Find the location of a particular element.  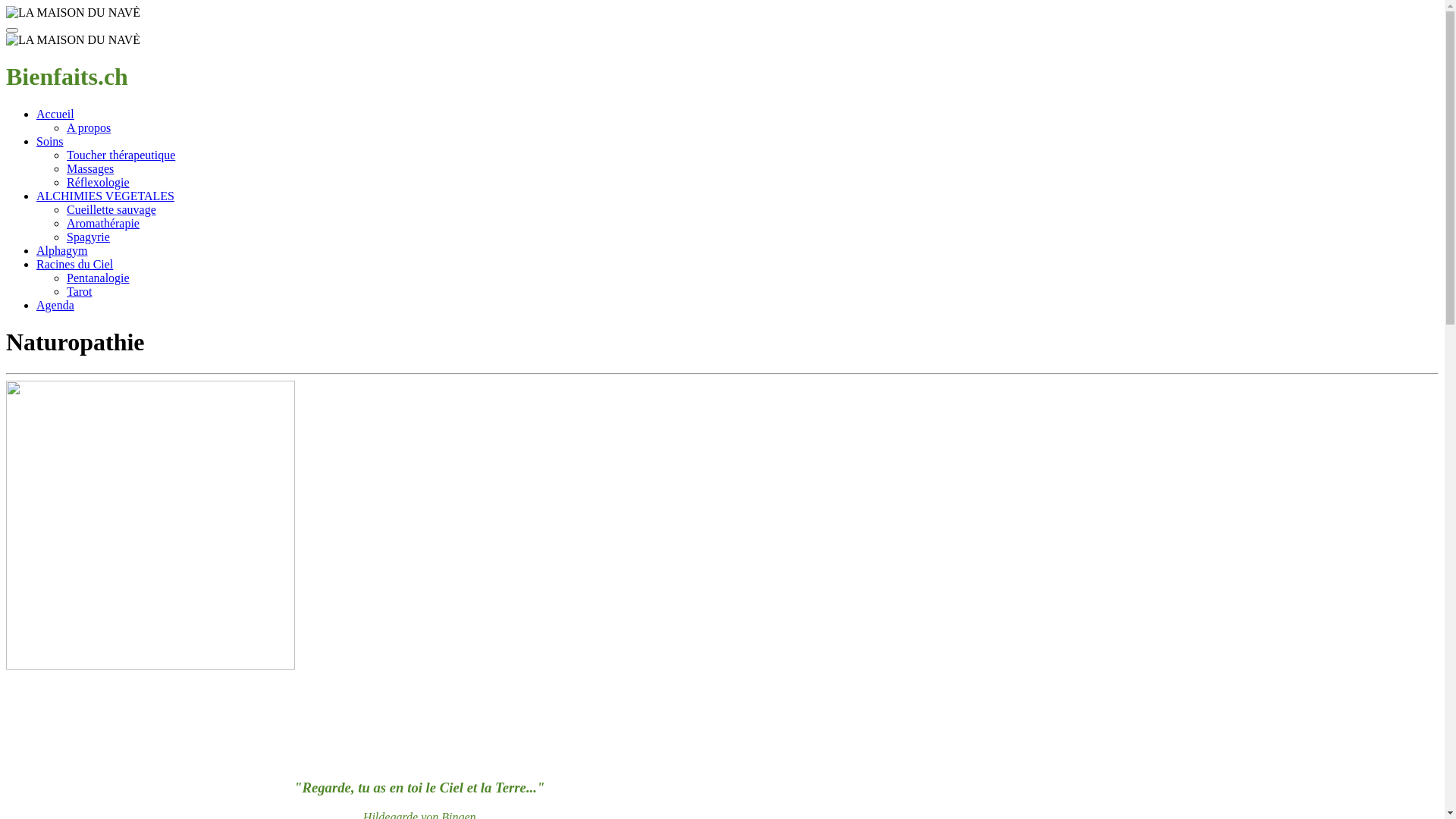

'A propos' is located at coordinates (65, 127).